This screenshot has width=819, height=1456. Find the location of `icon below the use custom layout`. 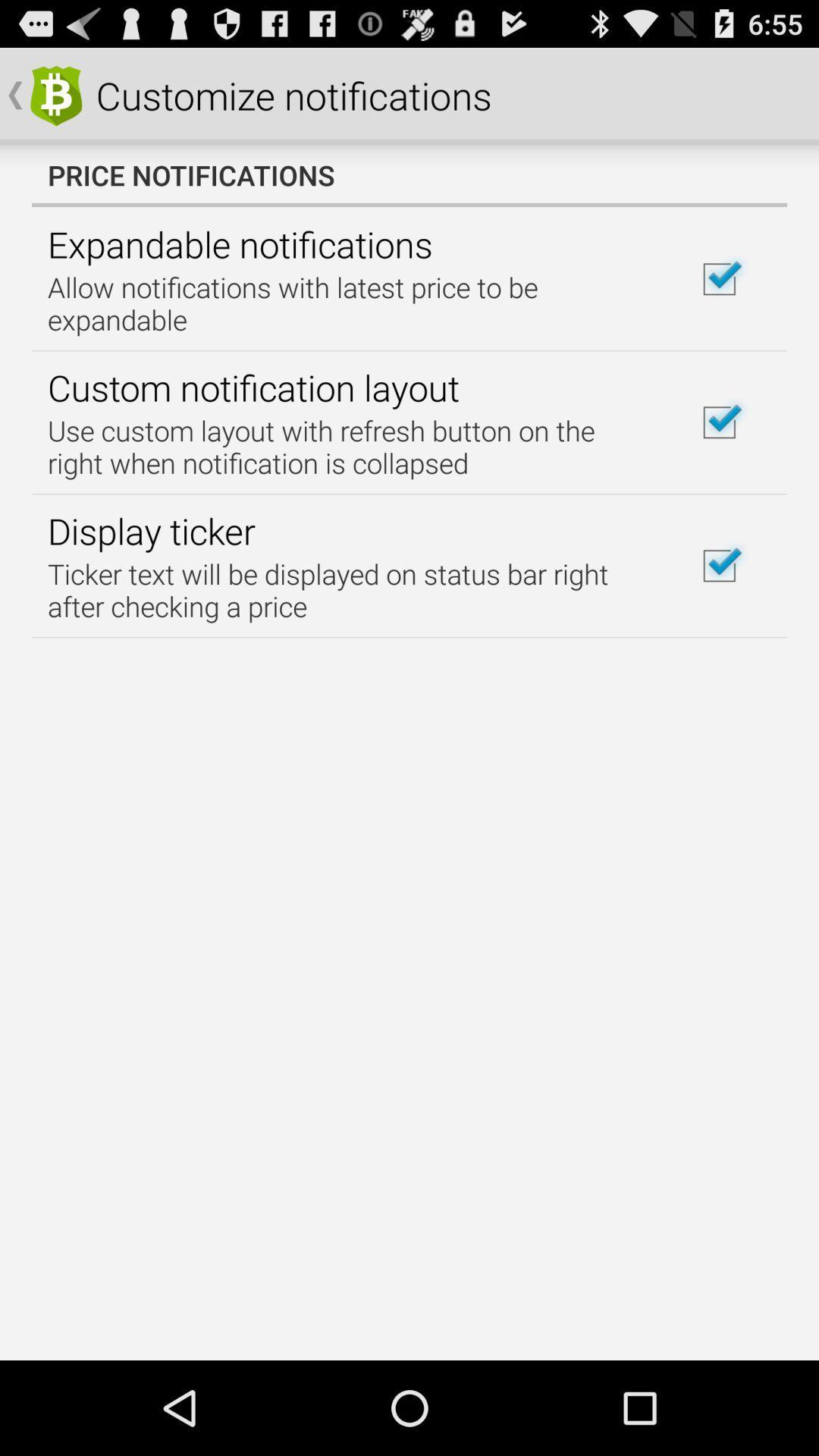

icon below the use custom layout is located at coordinates (151, 531).